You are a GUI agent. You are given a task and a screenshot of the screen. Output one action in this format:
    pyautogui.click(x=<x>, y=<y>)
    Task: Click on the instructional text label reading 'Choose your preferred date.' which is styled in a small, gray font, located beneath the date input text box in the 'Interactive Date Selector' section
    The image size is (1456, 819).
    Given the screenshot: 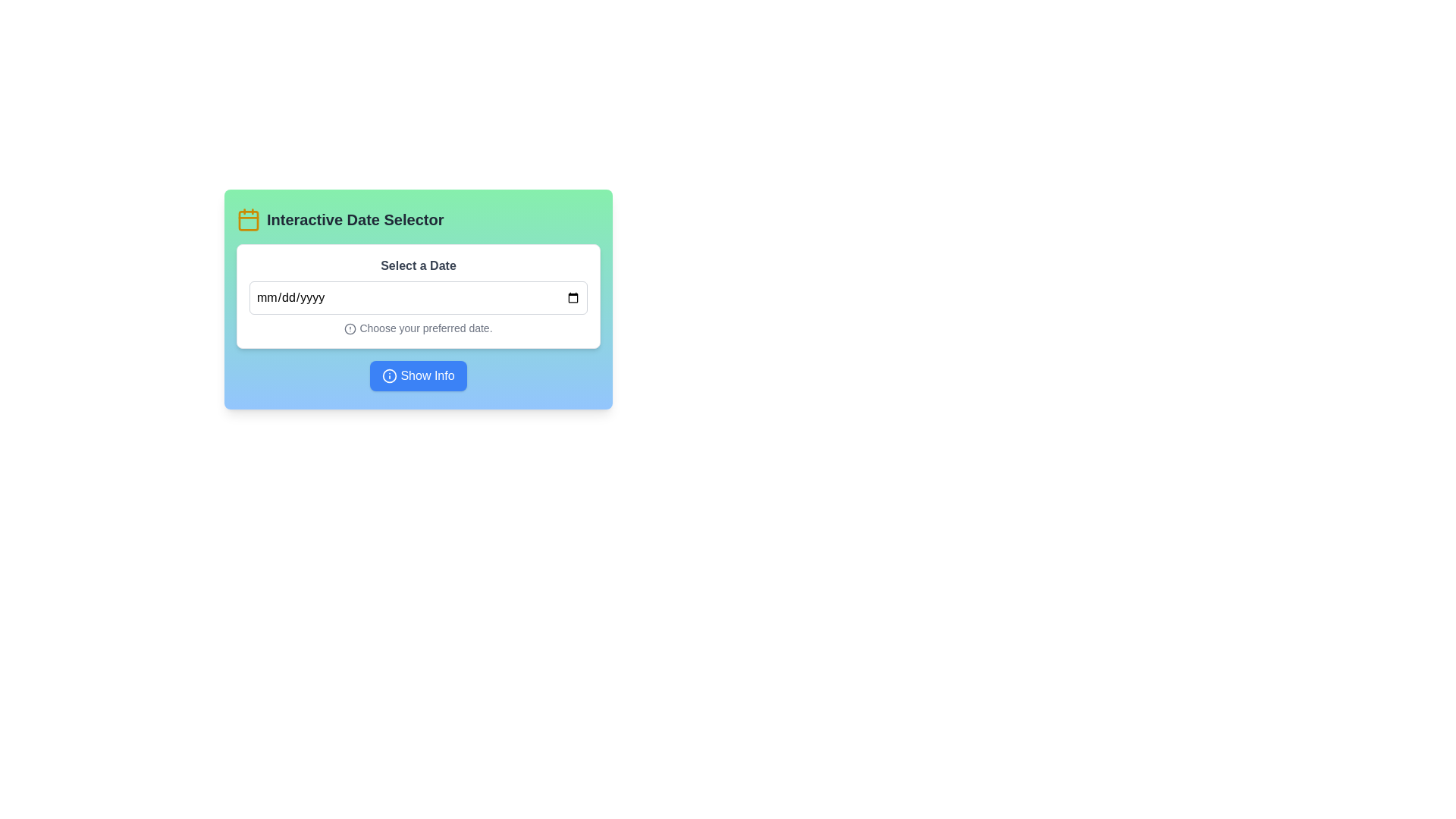 What is the action you would take?
    pyautogui.click(x=419, y=327)
    